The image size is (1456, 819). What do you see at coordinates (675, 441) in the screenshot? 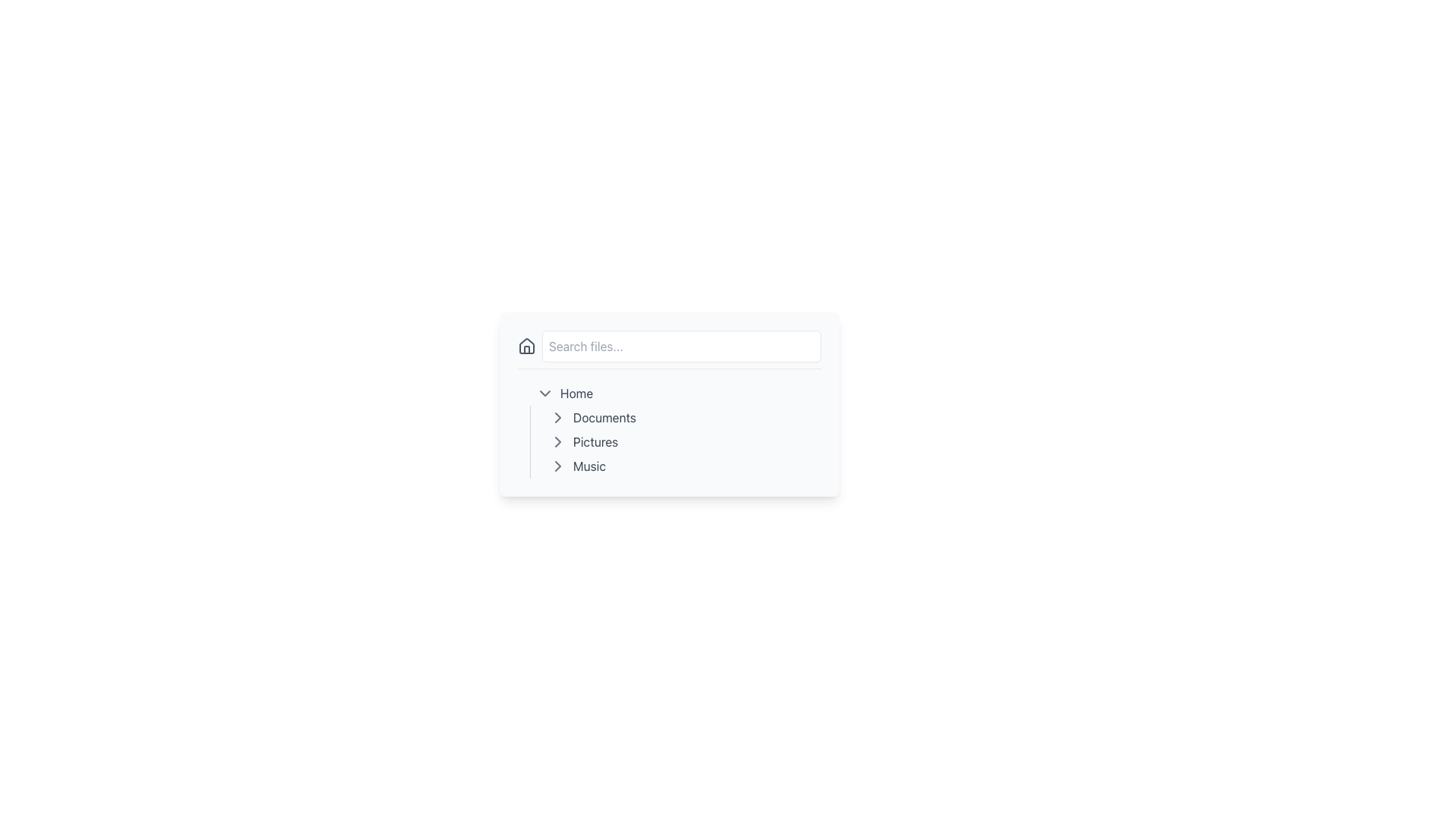
I see `the navigation list component located beneath the 'Home' section` at bounding box center [675, 441].